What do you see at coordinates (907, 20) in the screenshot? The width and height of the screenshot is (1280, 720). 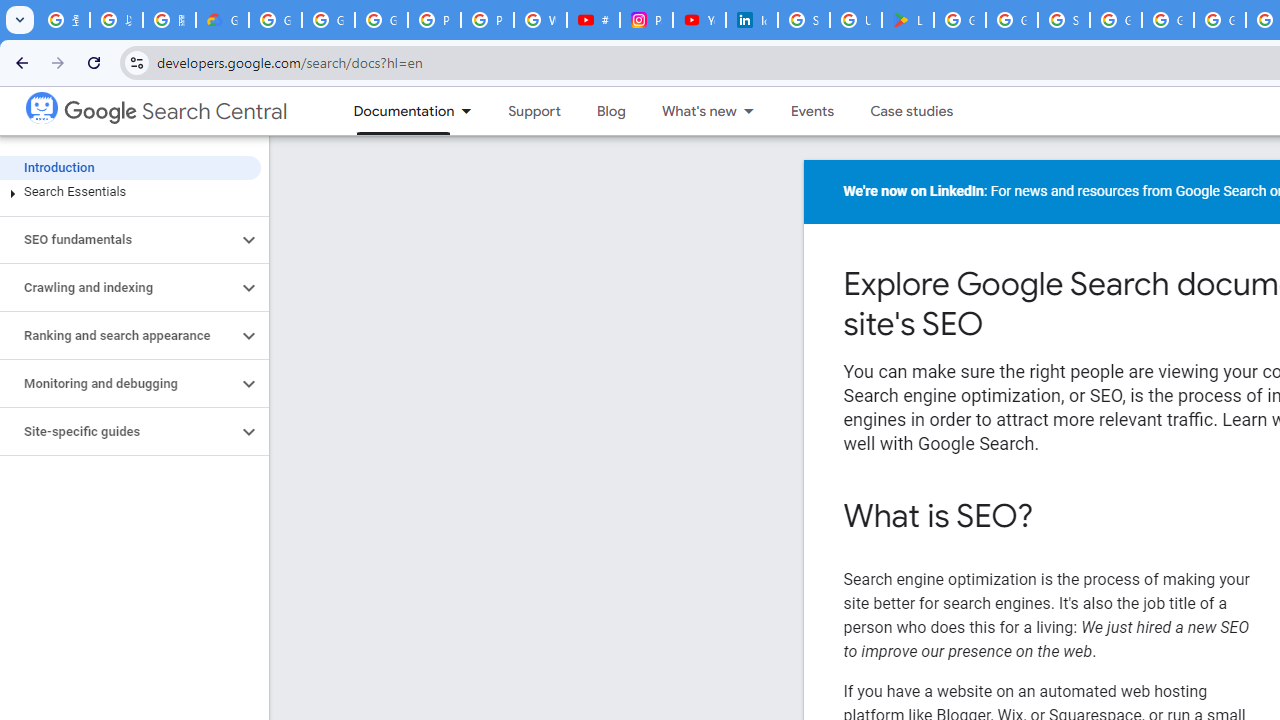 I see `'Last Shelter: Survival - Apps on Google Play'` at bounding box center [907, 20].